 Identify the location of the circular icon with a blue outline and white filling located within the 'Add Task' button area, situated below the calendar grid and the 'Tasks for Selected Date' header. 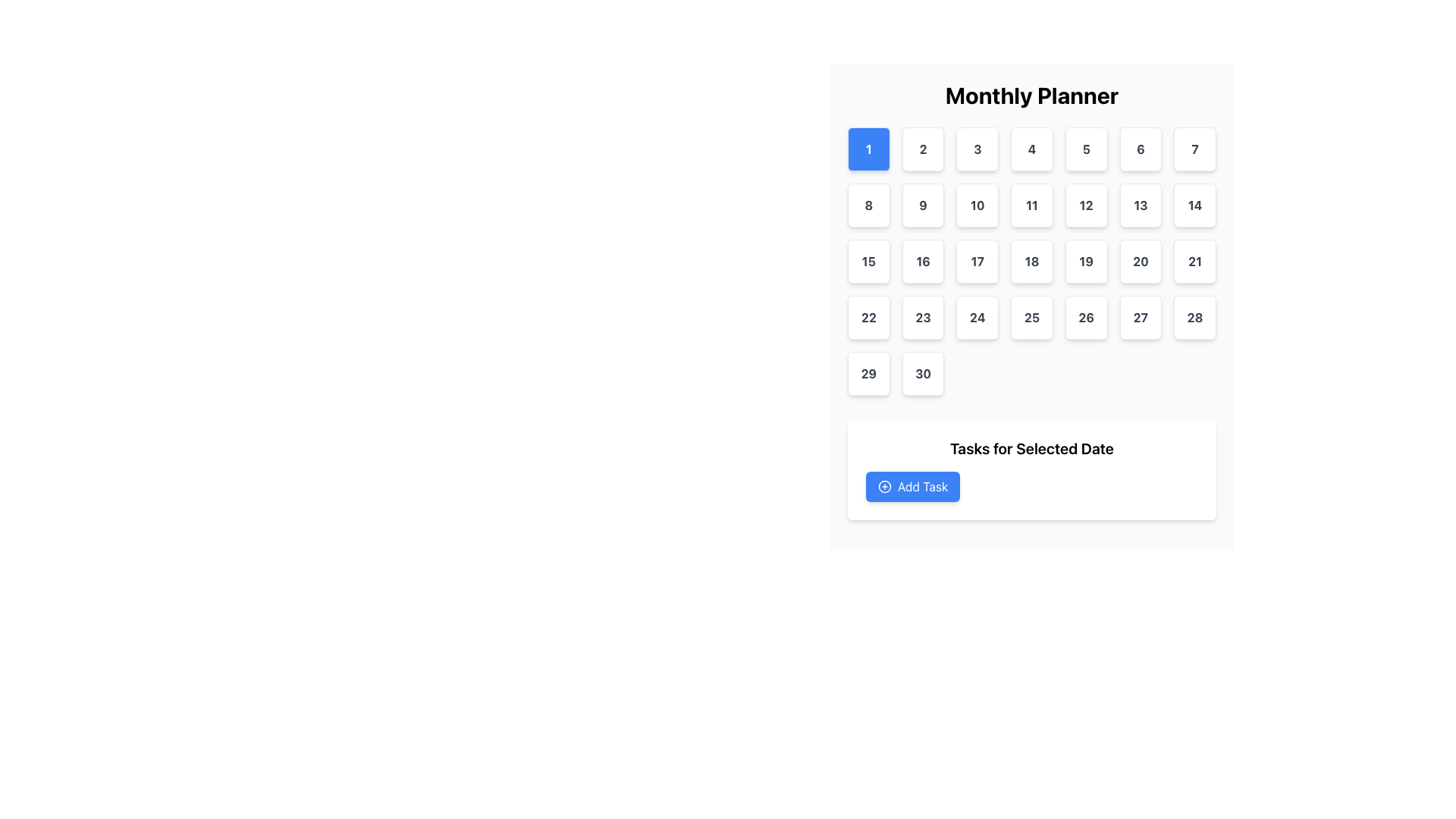
(884, 486).